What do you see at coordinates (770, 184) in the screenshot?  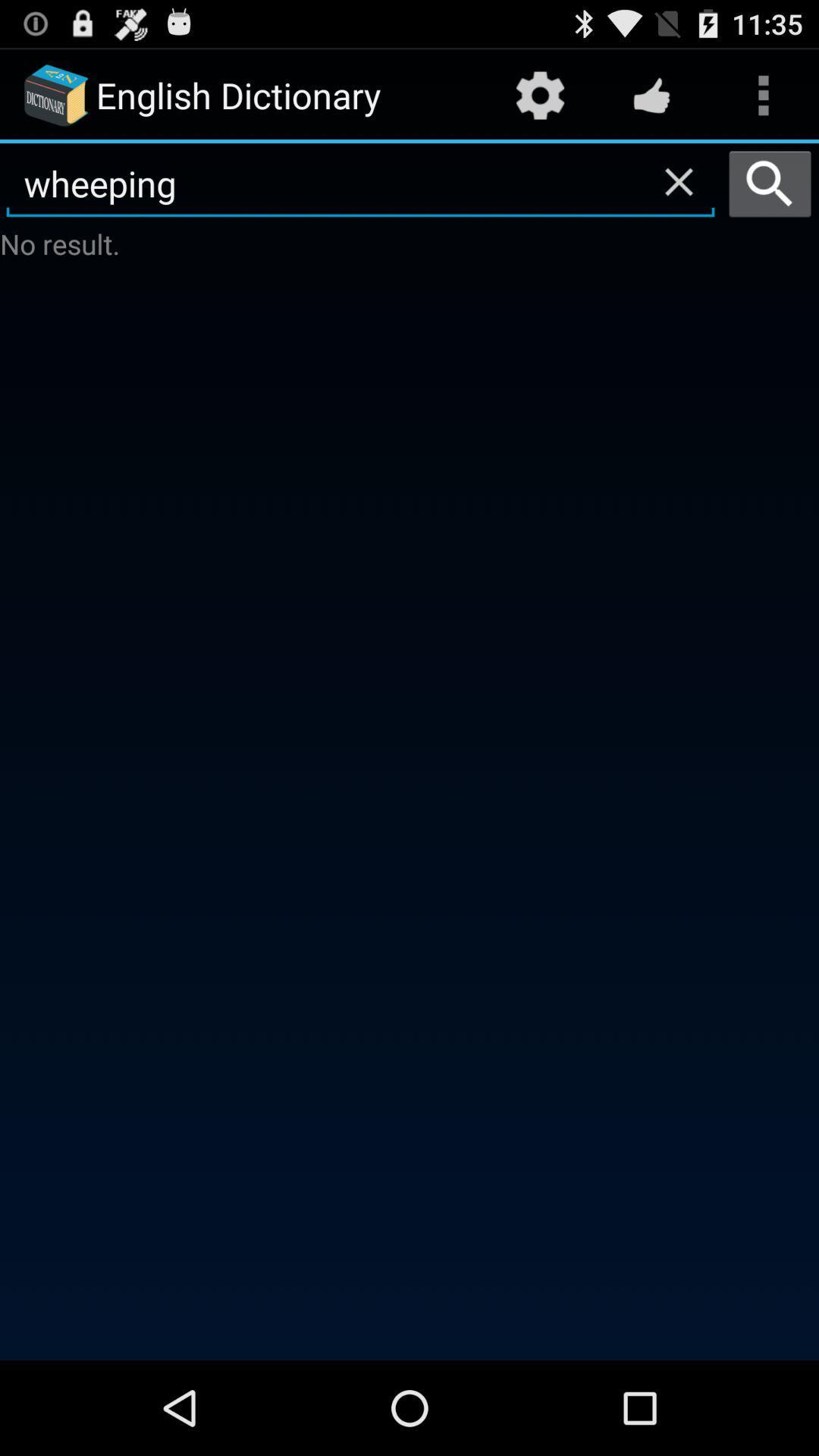 I see `the icon to the right of wheeping item` at bounding box center [770, 184].